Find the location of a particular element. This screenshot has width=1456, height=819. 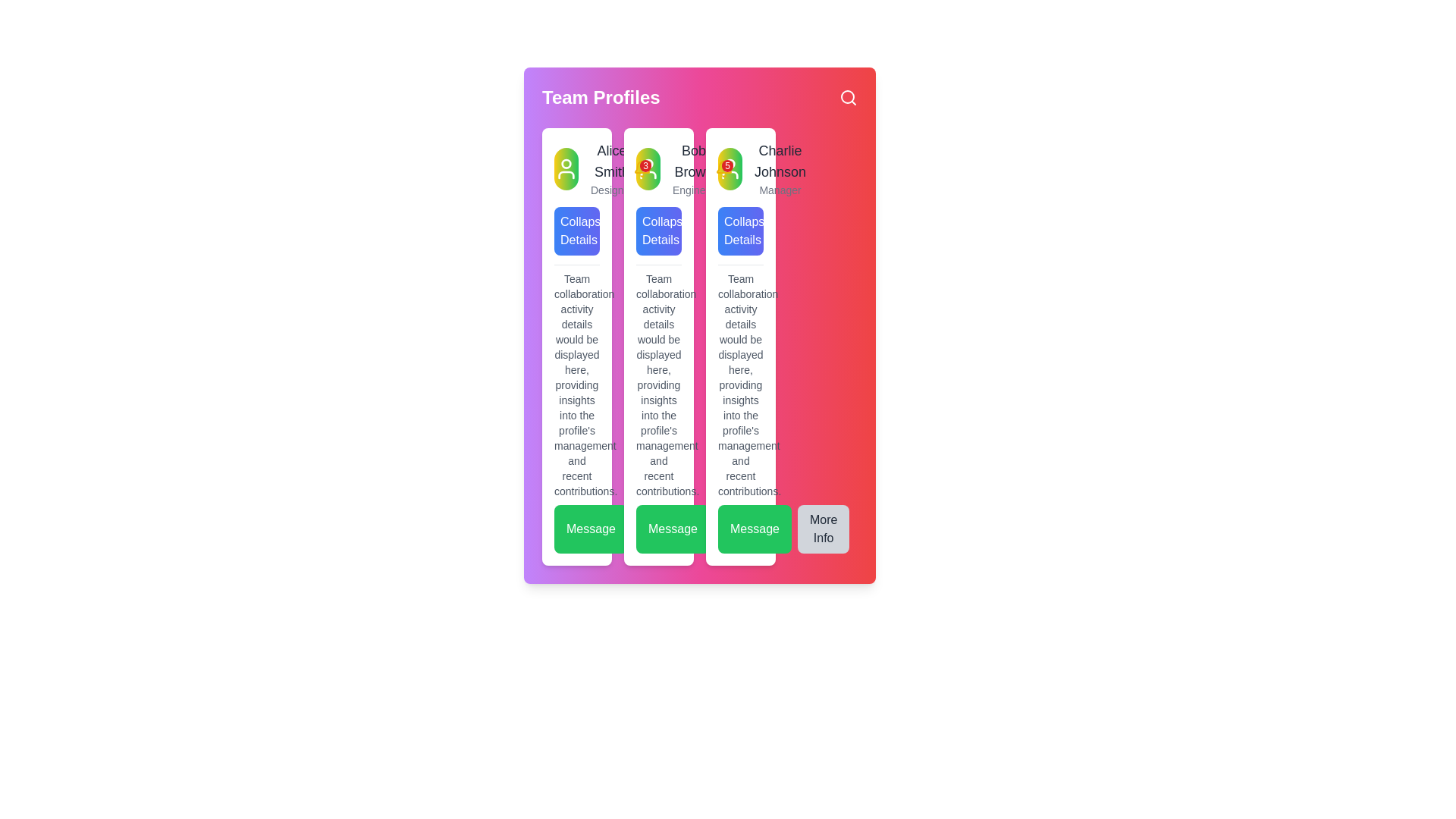

the text label displaying the name of a person in the profile card located at the top-center of the first column in the 'Team Profiles' interface is located at coordinates (611, 161).